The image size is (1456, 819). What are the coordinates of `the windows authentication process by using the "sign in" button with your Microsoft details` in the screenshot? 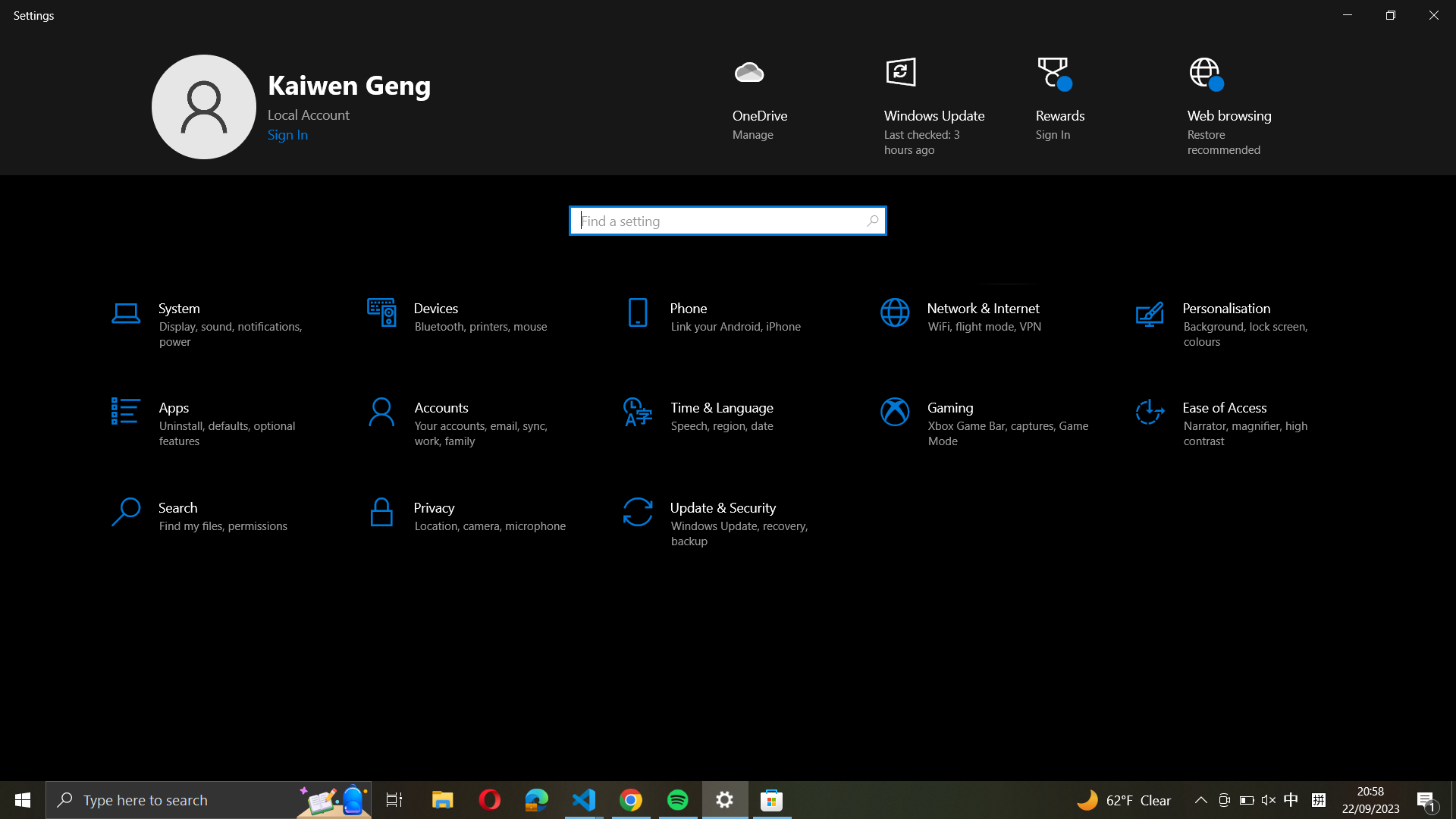 It's located at (290, 133).